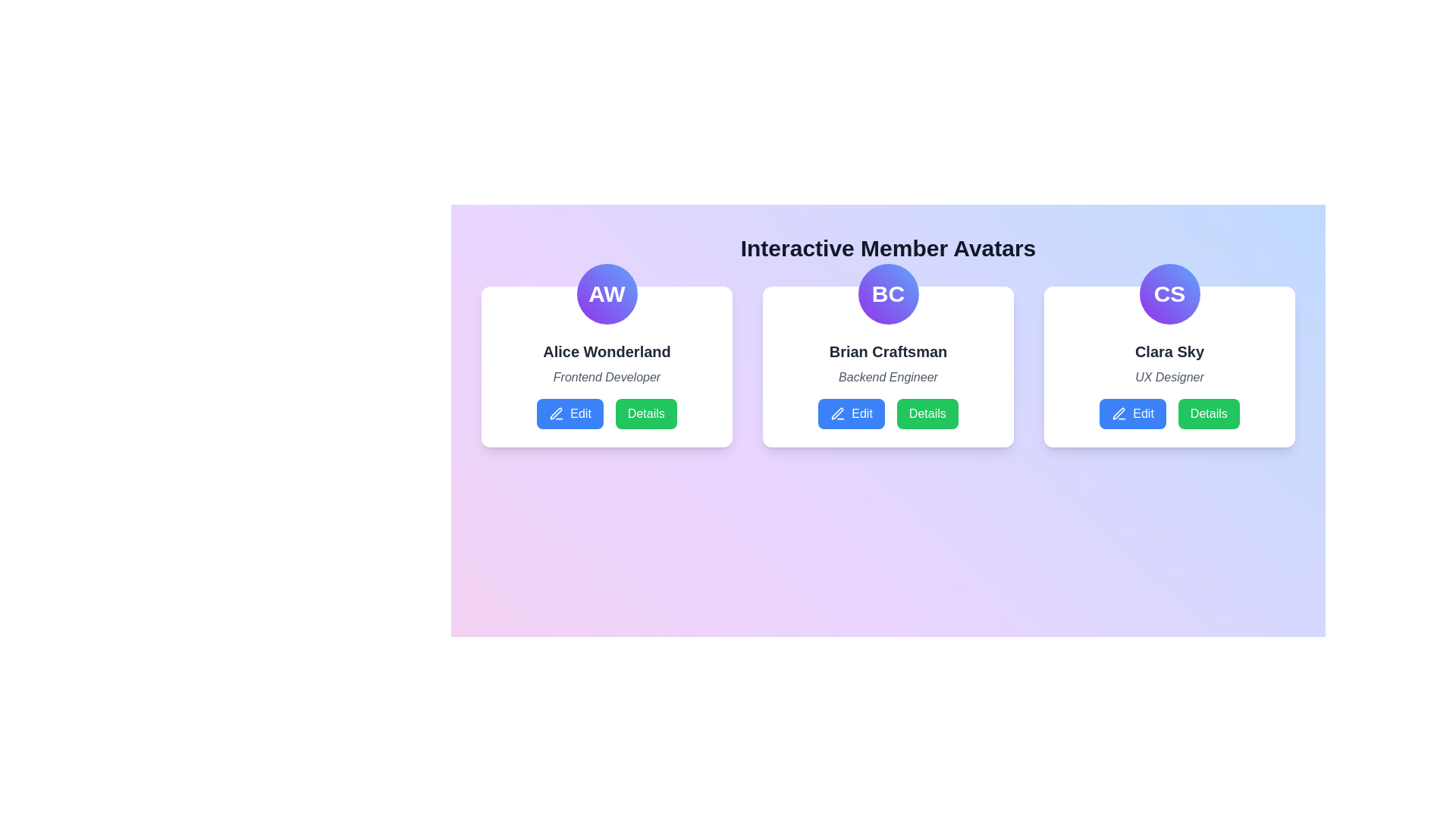 The width and height of the screenshot is (1456, 819). Describe the element at coordinates (607, 414) in the screenshot. I see `the 'Edit' and 'Details' buttons in the A group containing two buttons with blue and green backgrounds respectively, to observe their hover effects` at that location.